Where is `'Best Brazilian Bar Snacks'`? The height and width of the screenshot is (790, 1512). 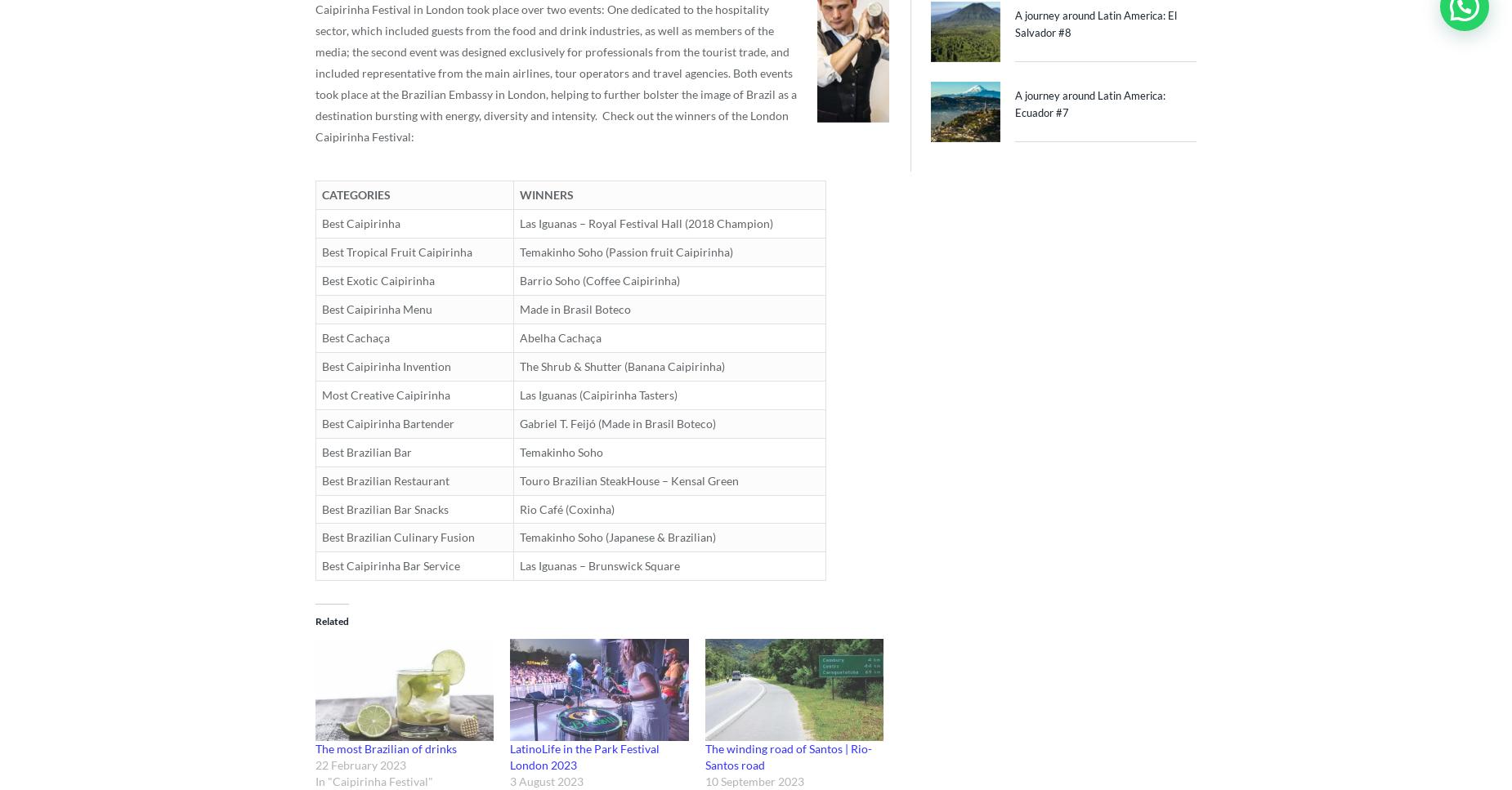
'Best Brazilian Bar Snacks' is located at coordinates (385, 508).